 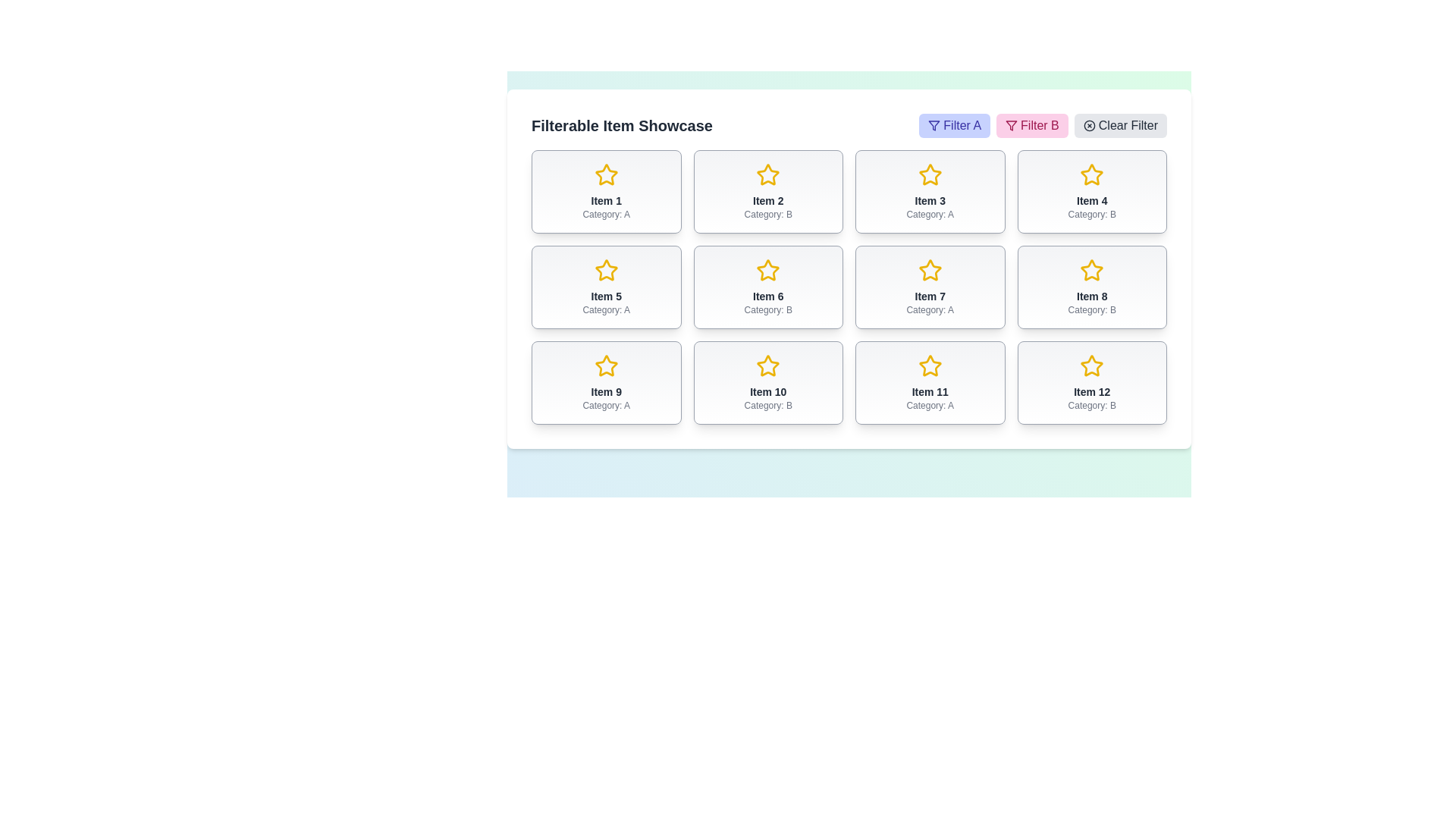 What do you see at coordinates (1092, 268) in the screenshot?
I see `the star icon located in the fourth row and second column of the grid layout in the card labeled 'Item 8' to rate it` at bounding box center [1092, 268].